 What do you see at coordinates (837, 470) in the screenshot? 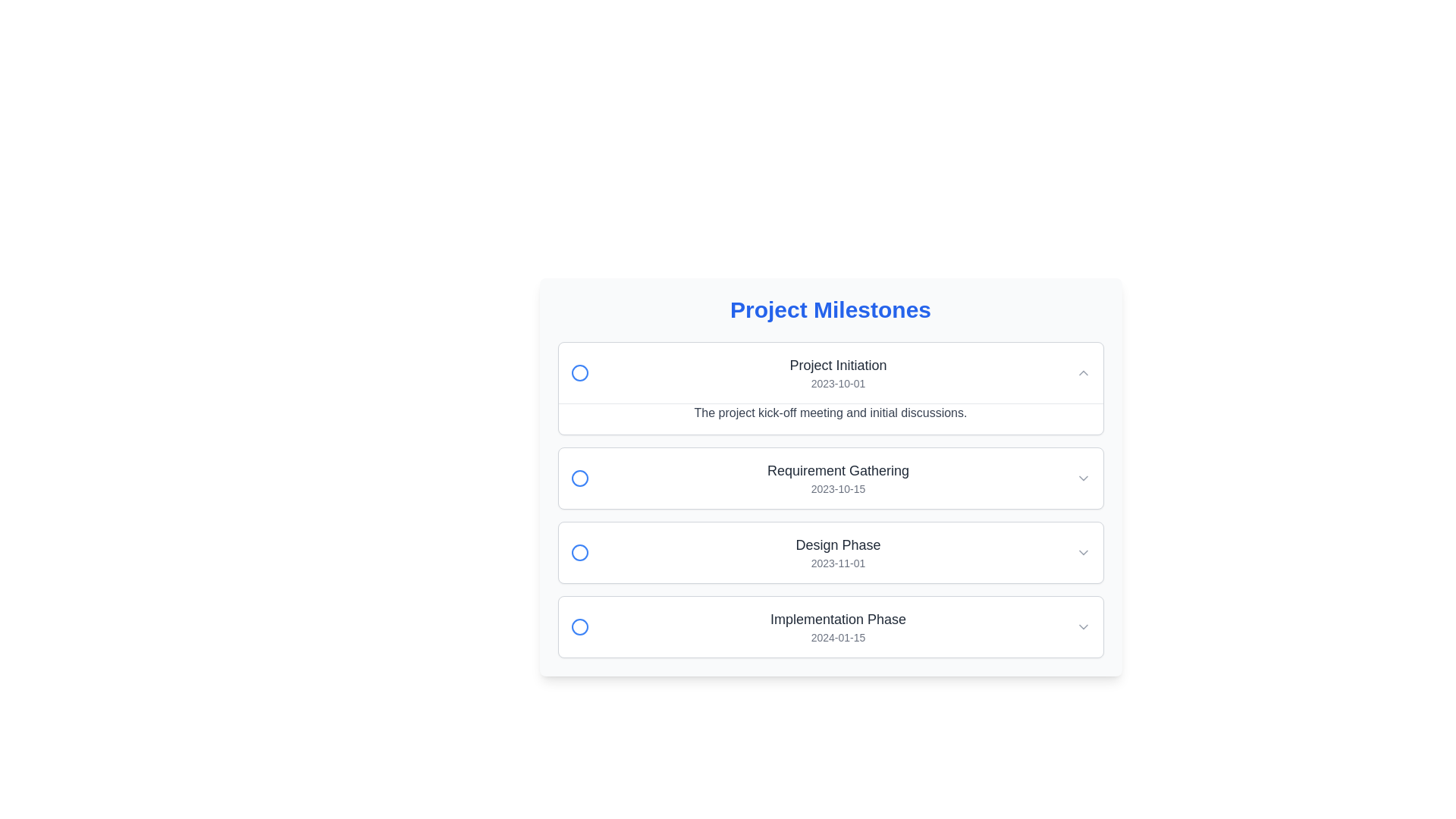
I see `the text label displaying 'Requirement Gathering' in the second milestone card of the 'Project Milestones' list` at bounding box center [837, 470].